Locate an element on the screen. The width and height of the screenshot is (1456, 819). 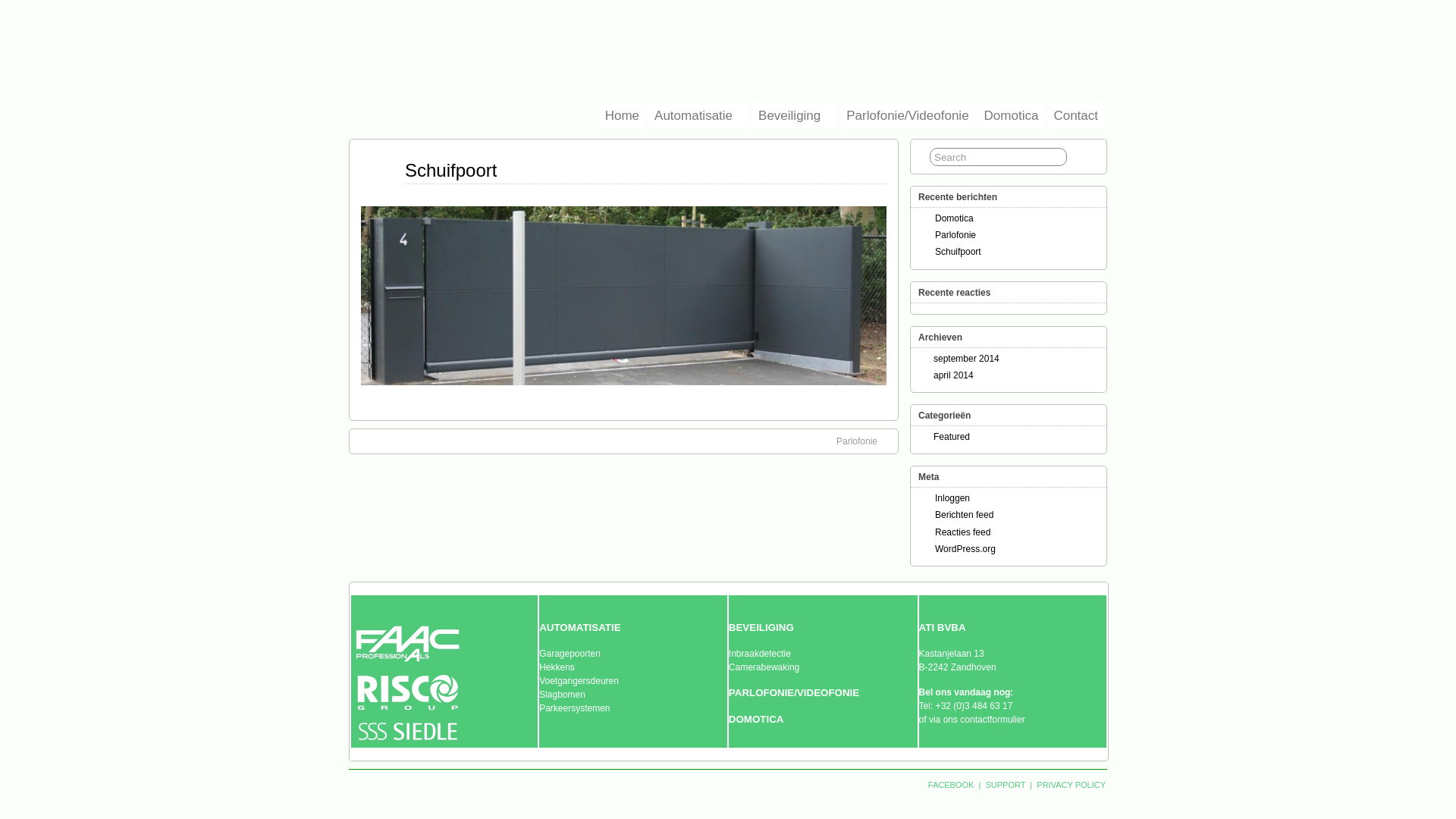
'VIDEOFONIE' is located at coordinates (827, 692).